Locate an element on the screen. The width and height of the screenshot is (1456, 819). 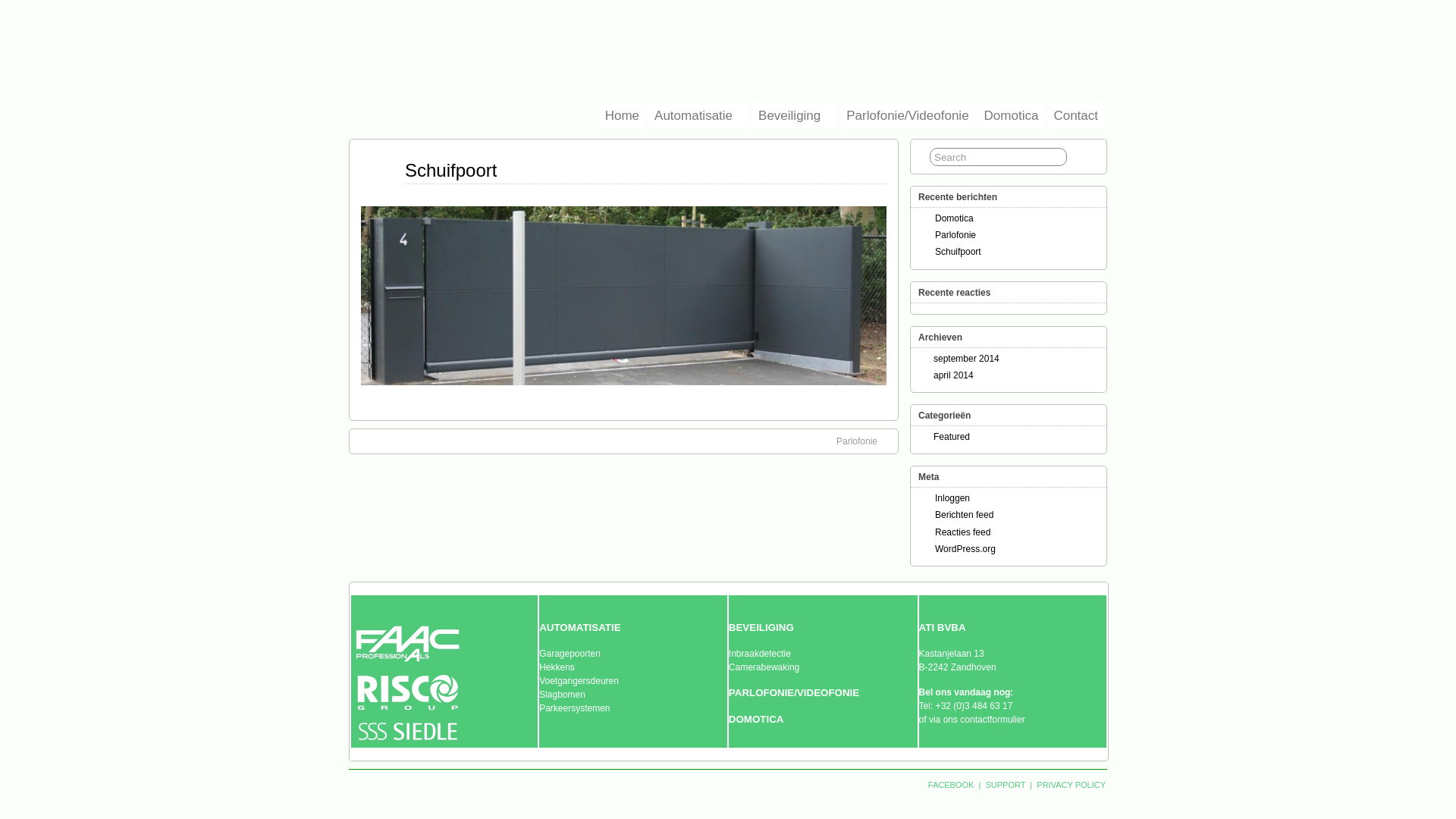
'VIDEOFONIE' is located at coordinates (827, 692).